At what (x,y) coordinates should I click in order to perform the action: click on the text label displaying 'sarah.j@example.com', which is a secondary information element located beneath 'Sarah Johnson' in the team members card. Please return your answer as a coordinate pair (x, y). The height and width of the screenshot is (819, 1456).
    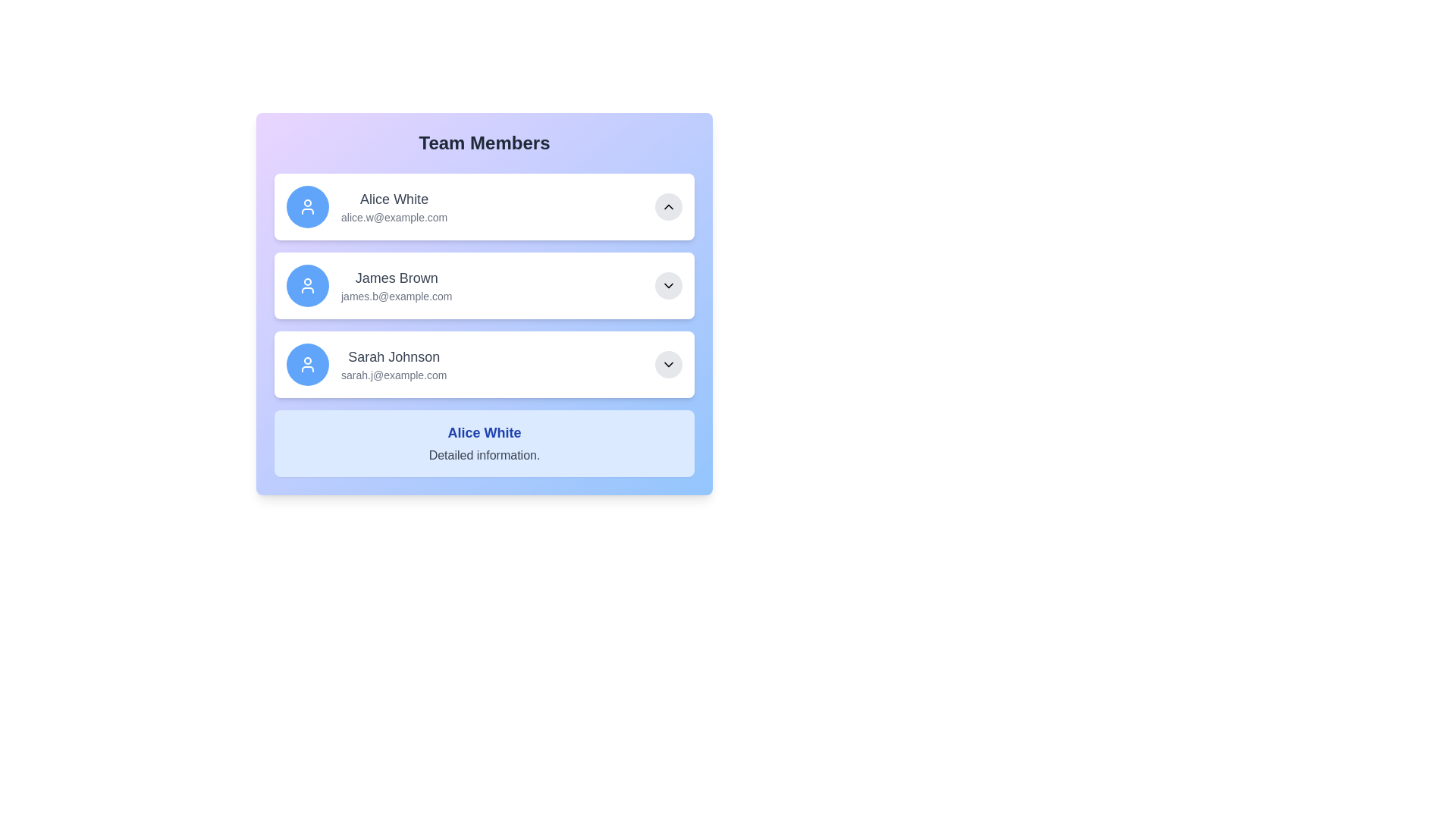
    Looking at the image, I should click on (394, 375).